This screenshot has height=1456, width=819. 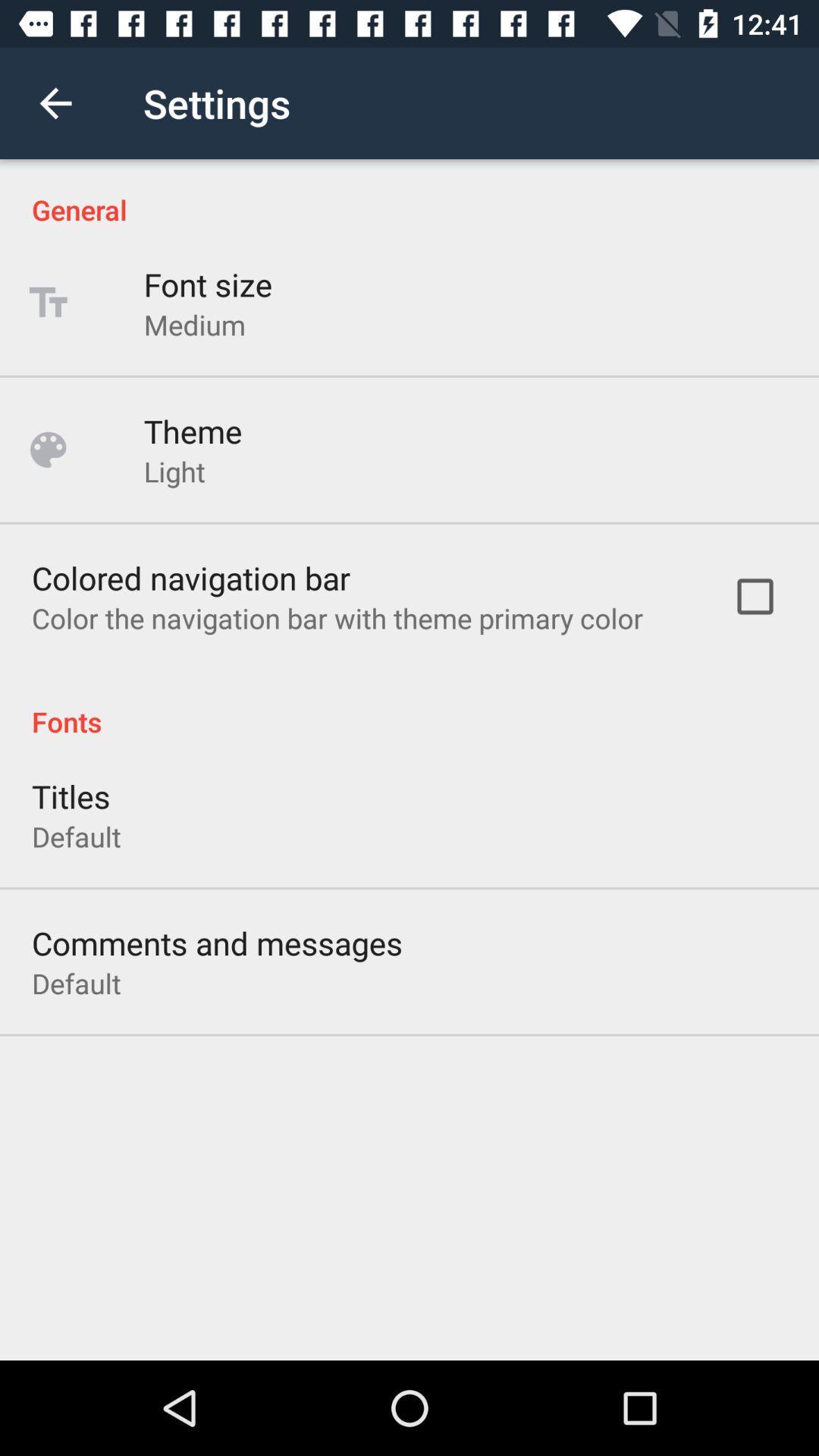 What do you see at coordinates (71, 795) in the screenshot?
I see `the titles` at bounding box center [71, 795].